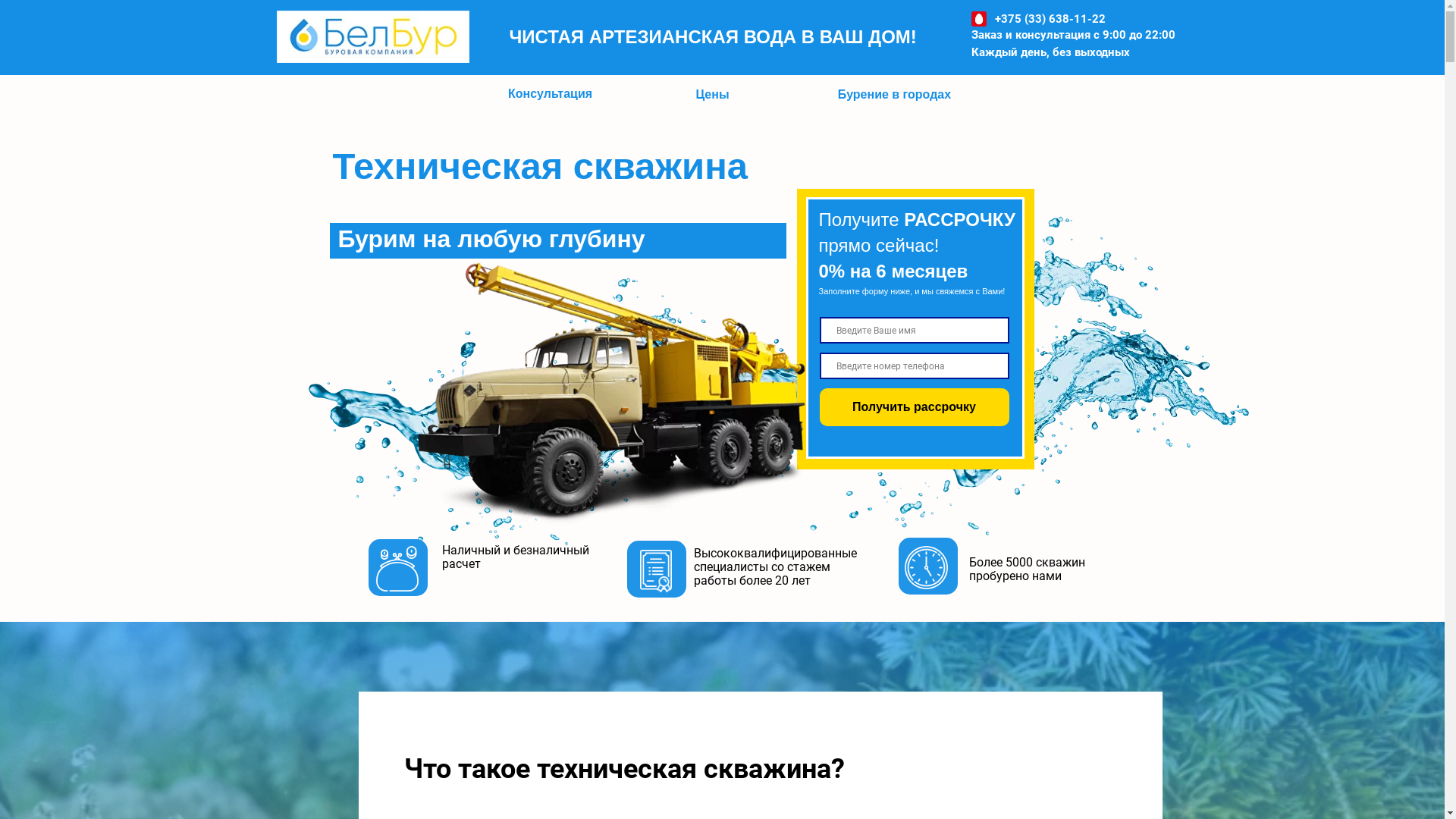 The width and height of the screenshot is (1456, 819). What do you see at coordinates (1050, 18) in the screenshot?
I see `'+375 (33) 638-11-22'` at bounding box center [1050, 18].